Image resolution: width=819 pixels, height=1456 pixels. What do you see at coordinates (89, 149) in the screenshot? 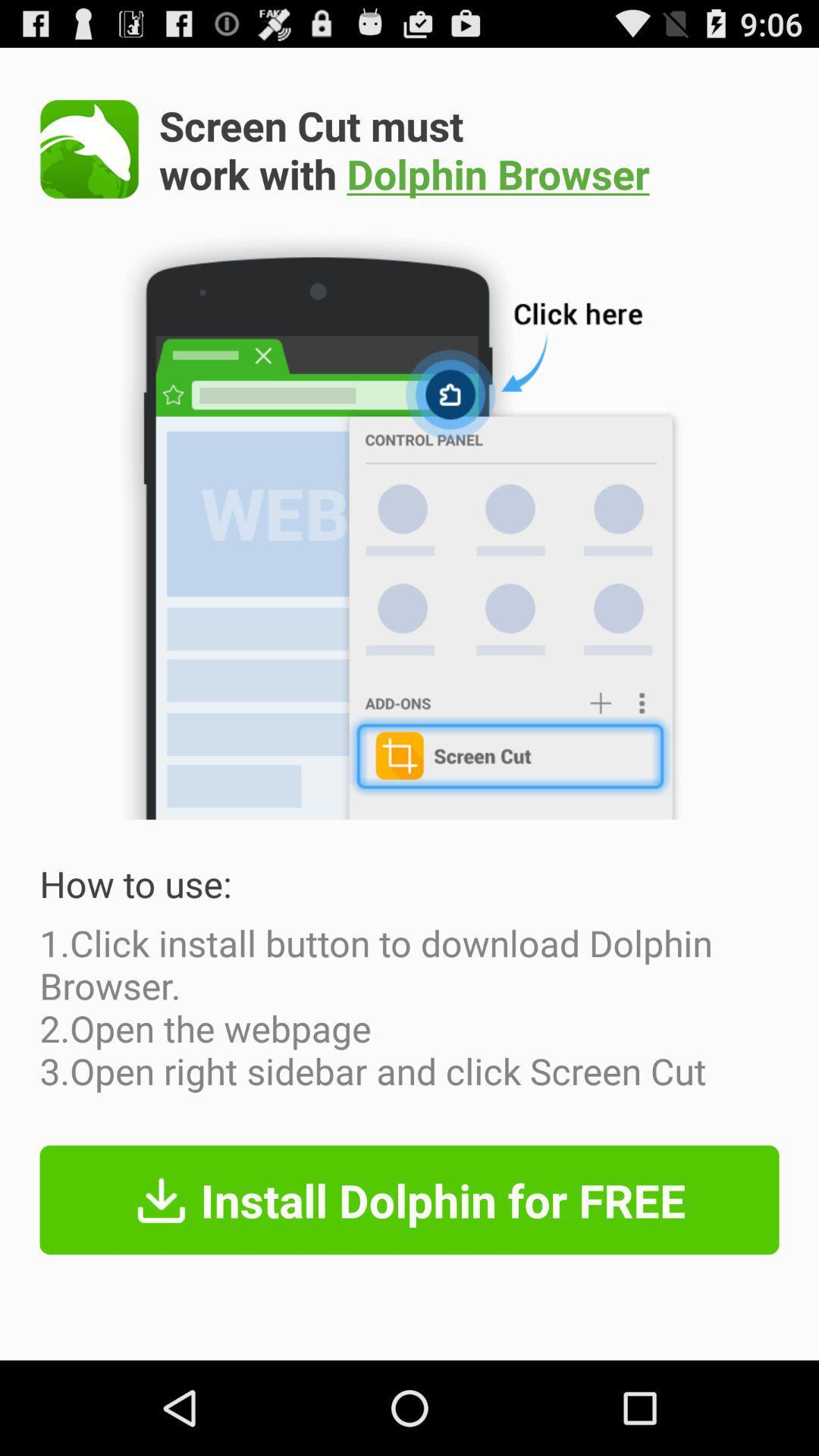
I see `the icon to the left of the screen cut must app` at bounding box center [89, 149].